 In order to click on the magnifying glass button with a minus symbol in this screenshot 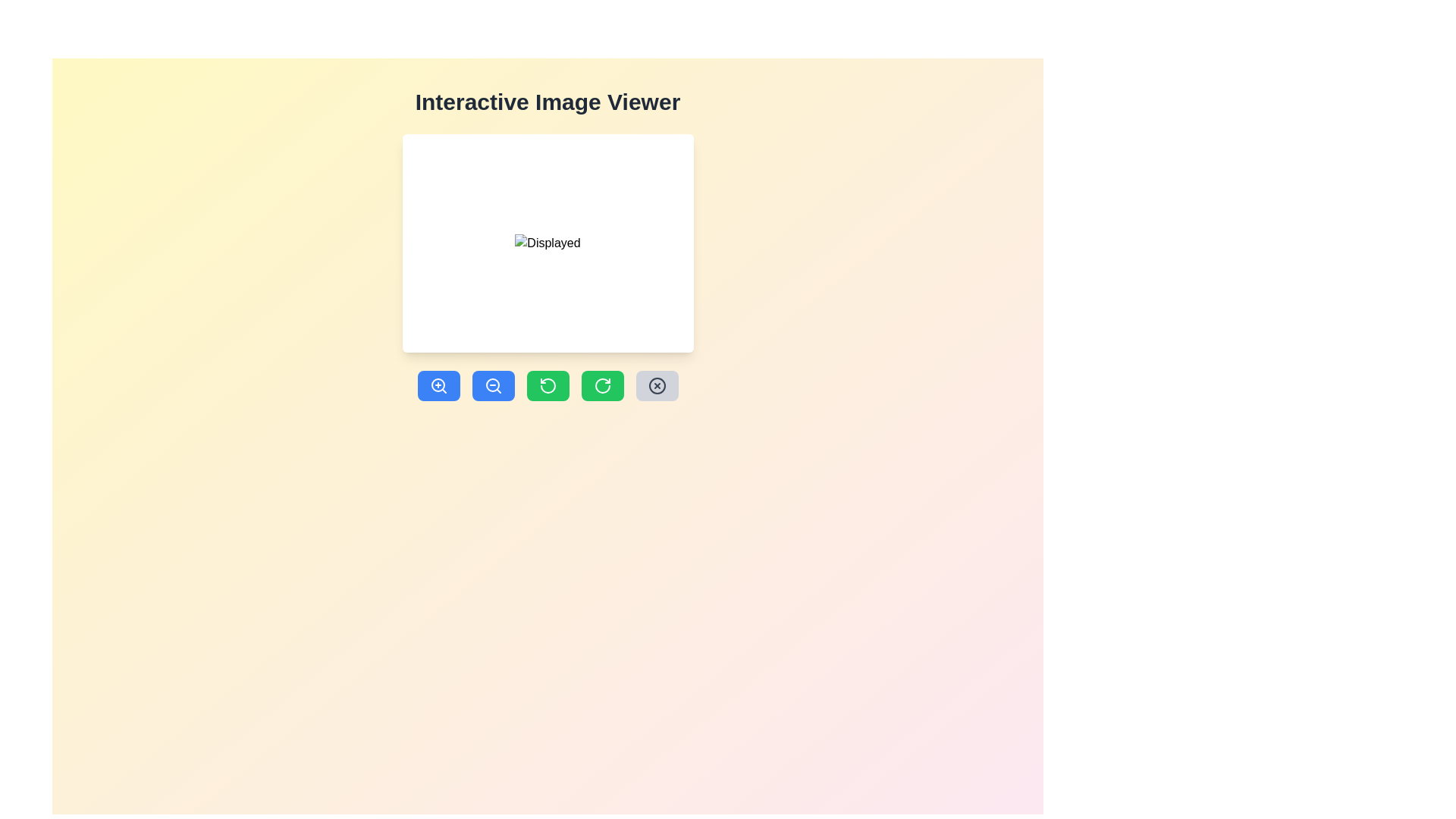, I will do `click(493, 385)`.